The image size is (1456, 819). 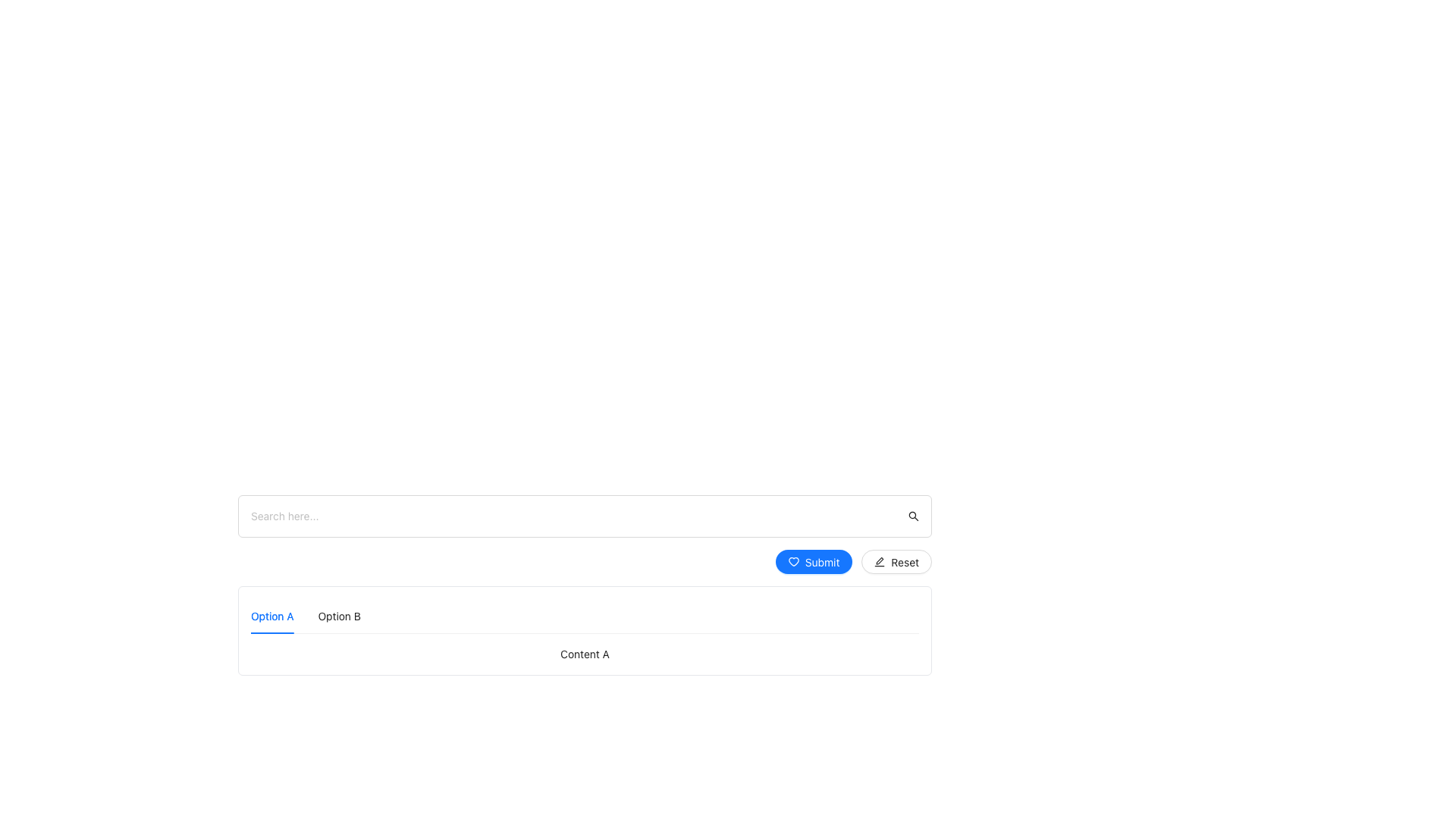 I want to click on the pencil-shaped icon that is part of the 'Reset' button, located to the right of the 'Submit' button, so click(x=880, y=561).